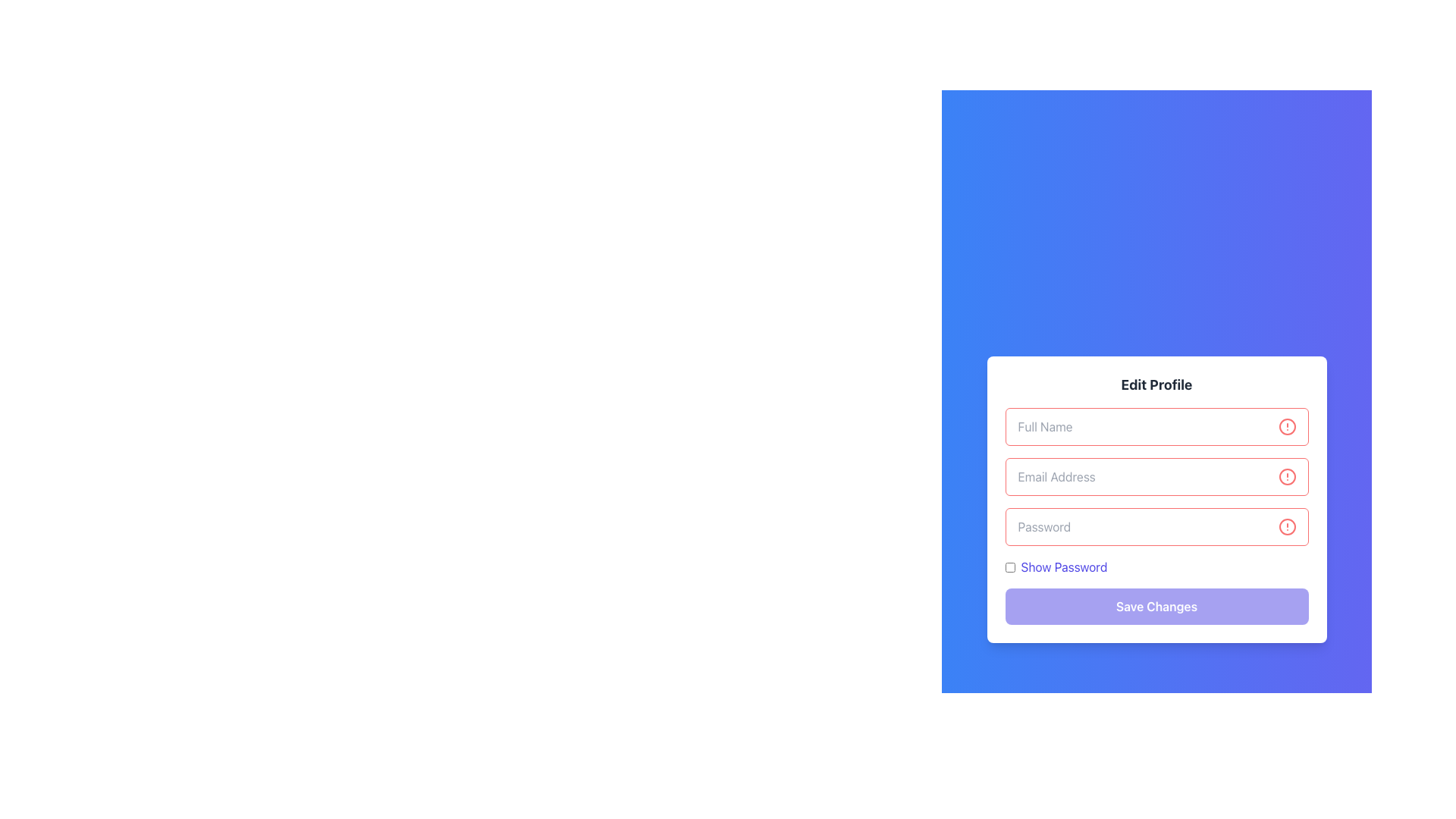  What do you see at coordinates (1286, 427) in the screenshot?
I see `the SVG Circle Graphic that serves as a warning or notification symbol, located immediately to the right of the 'Full Name' input field` at bounding box center [1286, 427].